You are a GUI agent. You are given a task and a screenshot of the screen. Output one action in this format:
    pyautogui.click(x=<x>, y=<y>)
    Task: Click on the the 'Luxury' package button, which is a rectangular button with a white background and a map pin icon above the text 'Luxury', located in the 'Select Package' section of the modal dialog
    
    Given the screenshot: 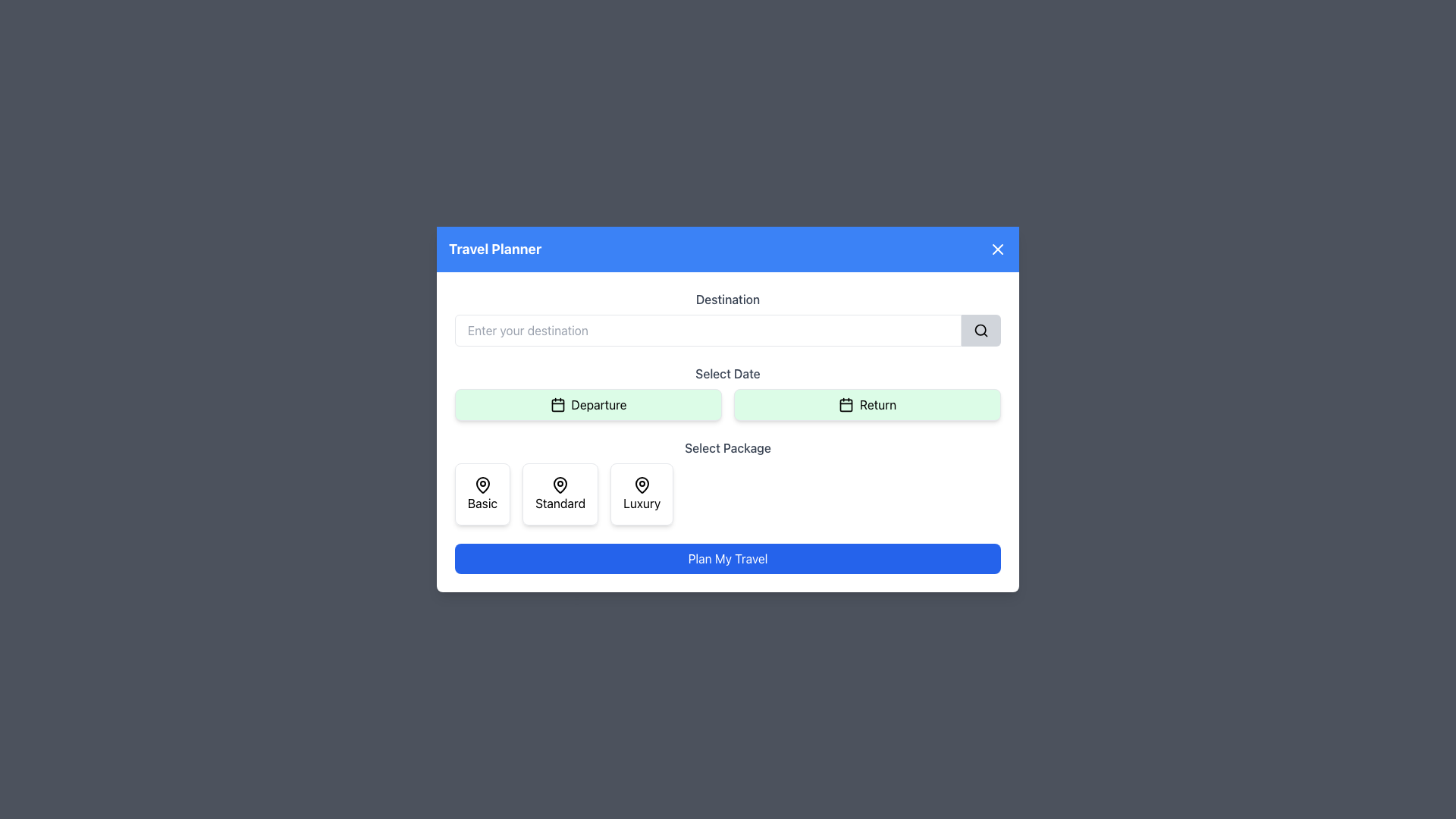 What is the action you would take?
    pyautogui.click(x=642, y=494)
    